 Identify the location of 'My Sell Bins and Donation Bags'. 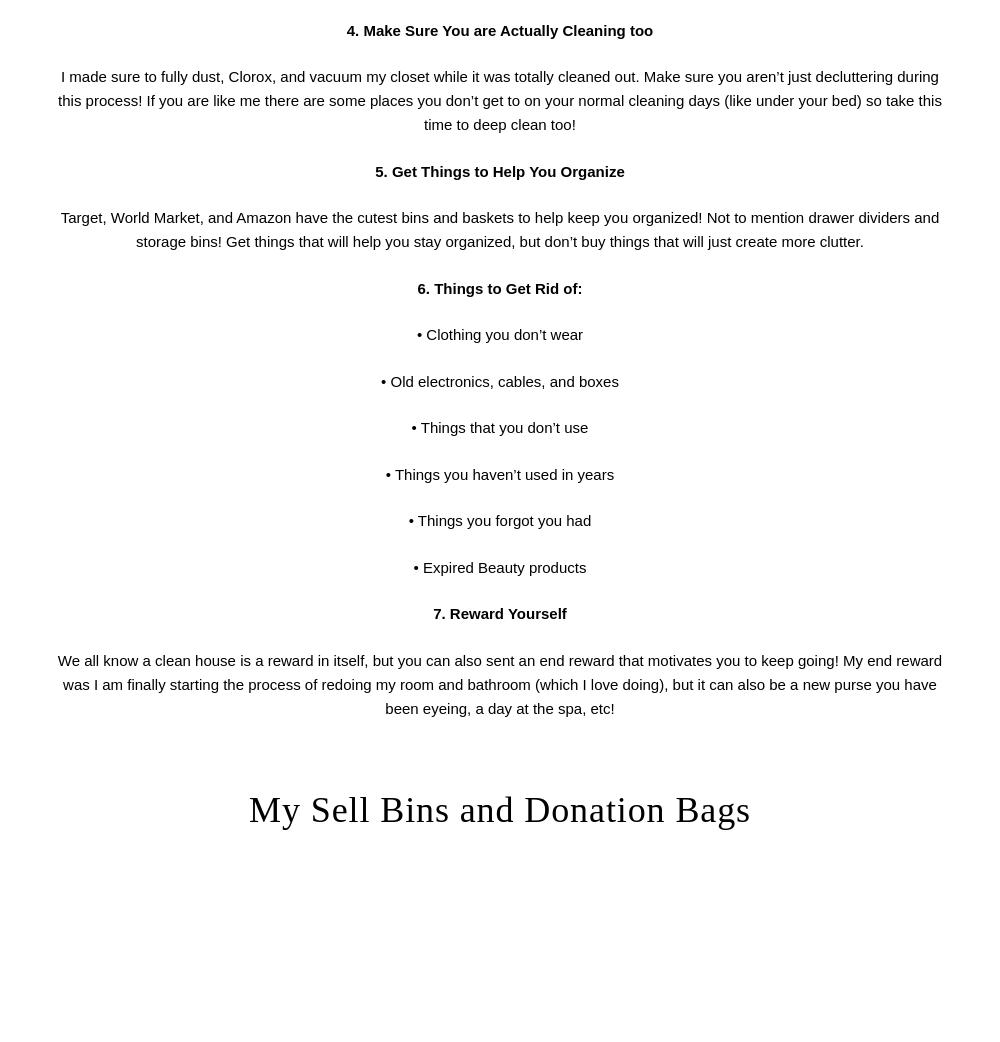
(248, 809).